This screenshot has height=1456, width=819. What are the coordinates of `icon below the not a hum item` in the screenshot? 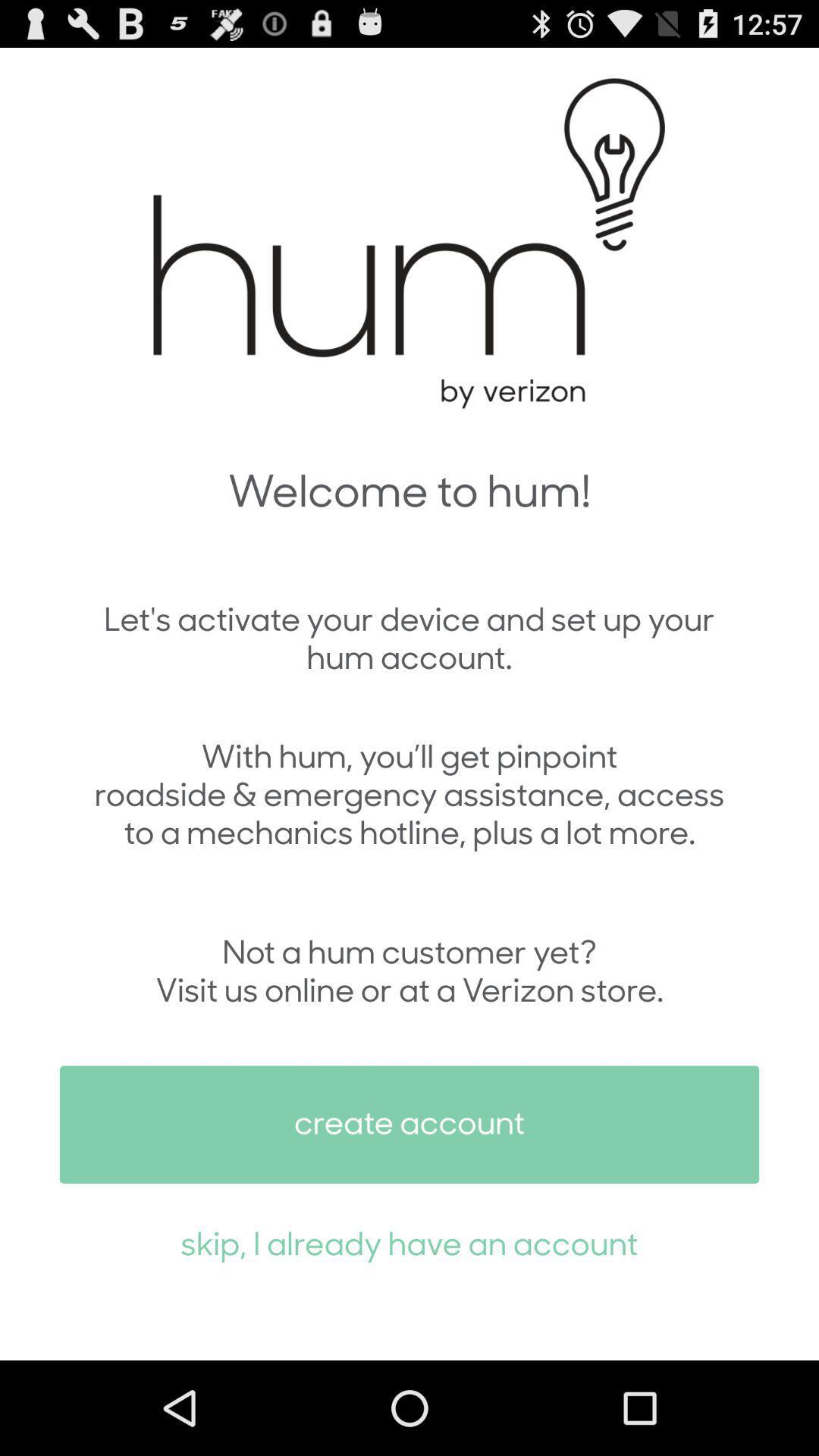 It's located at (409, 1125).